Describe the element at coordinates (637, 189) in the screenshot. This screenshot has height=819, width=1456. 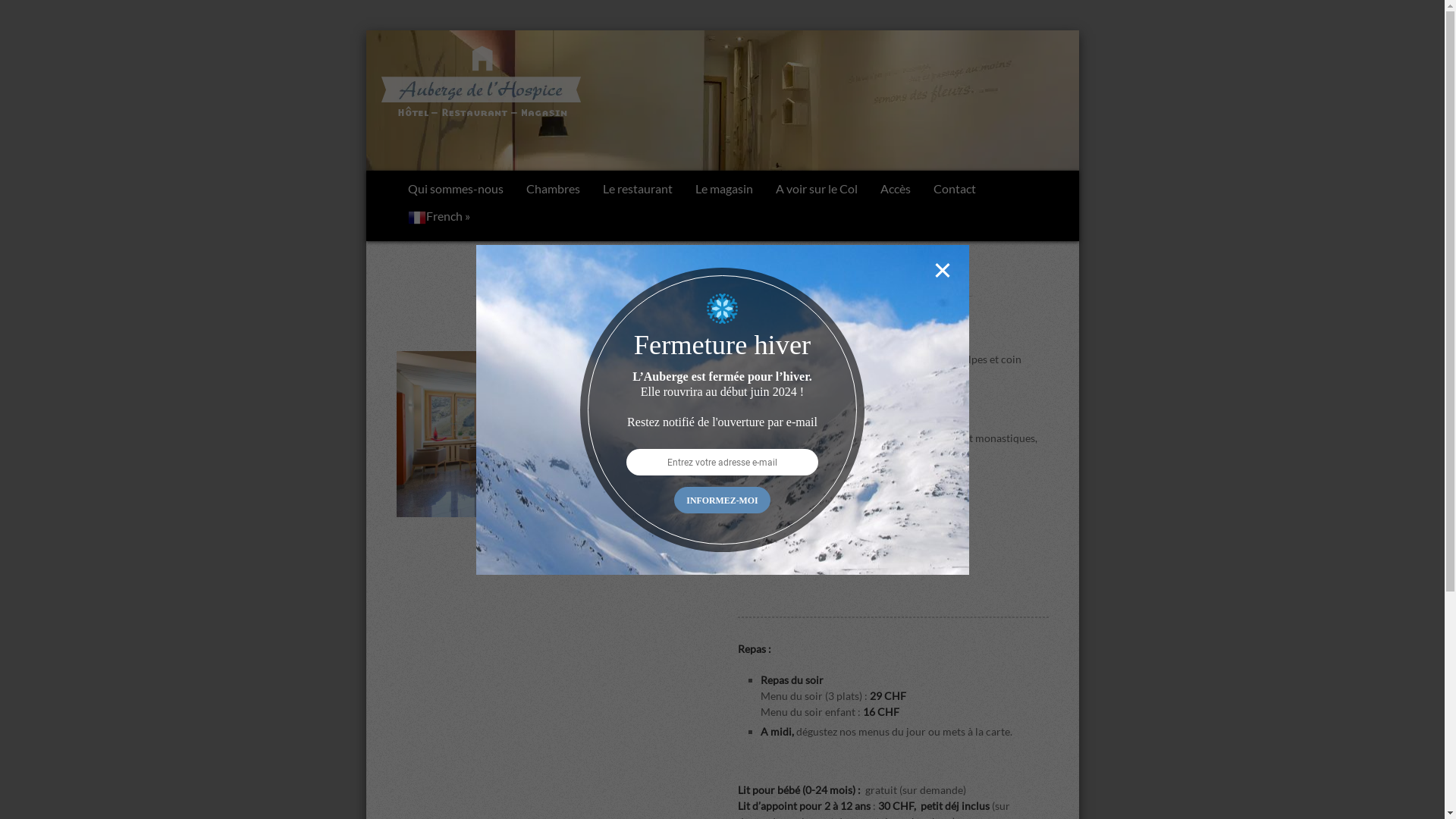
I see `'Le restaurant'` at that location.